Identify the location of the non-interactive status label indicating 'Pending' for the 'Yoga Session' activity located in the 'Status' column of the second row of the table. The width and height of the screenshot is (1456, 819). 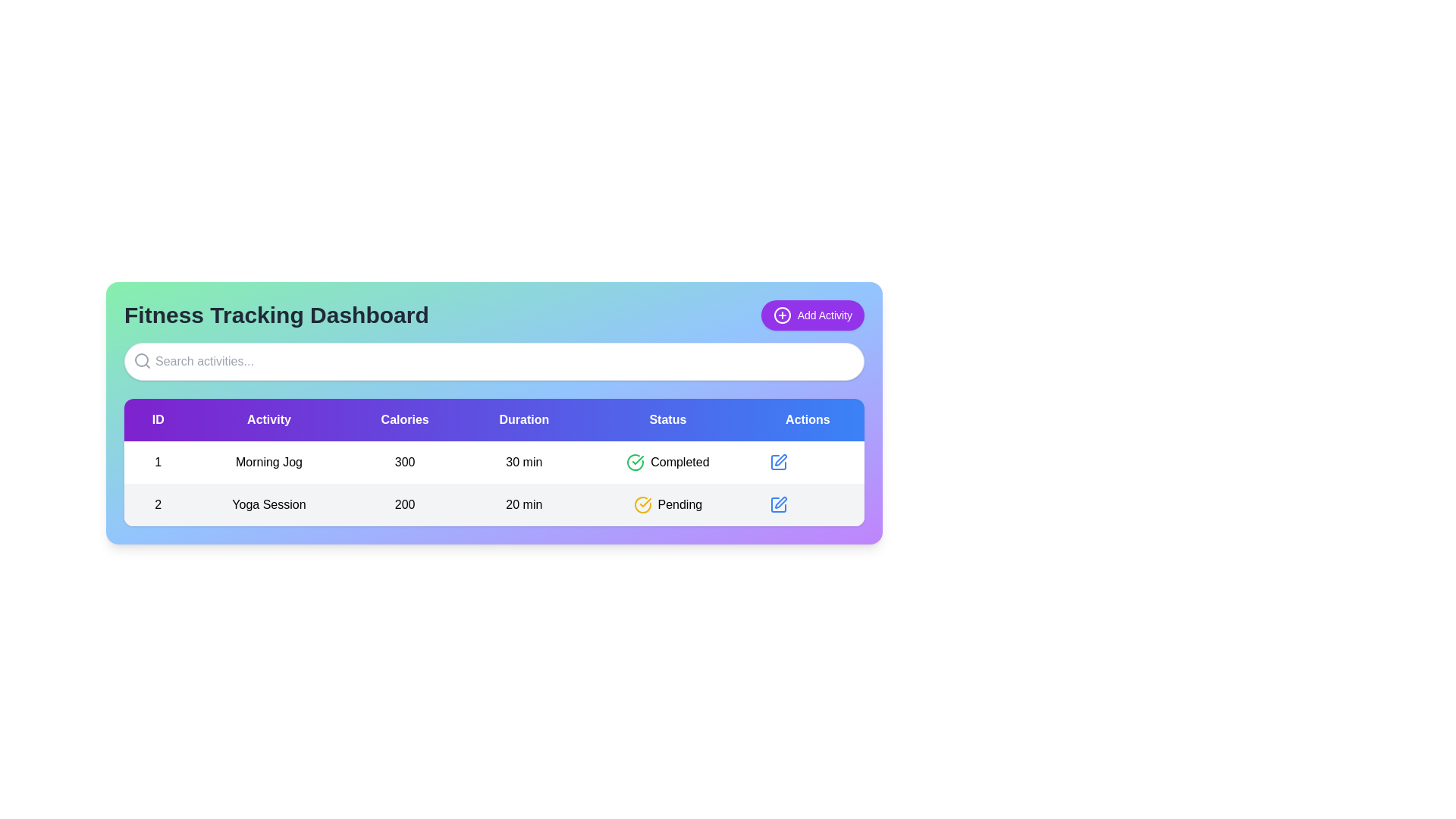
(667, 505).